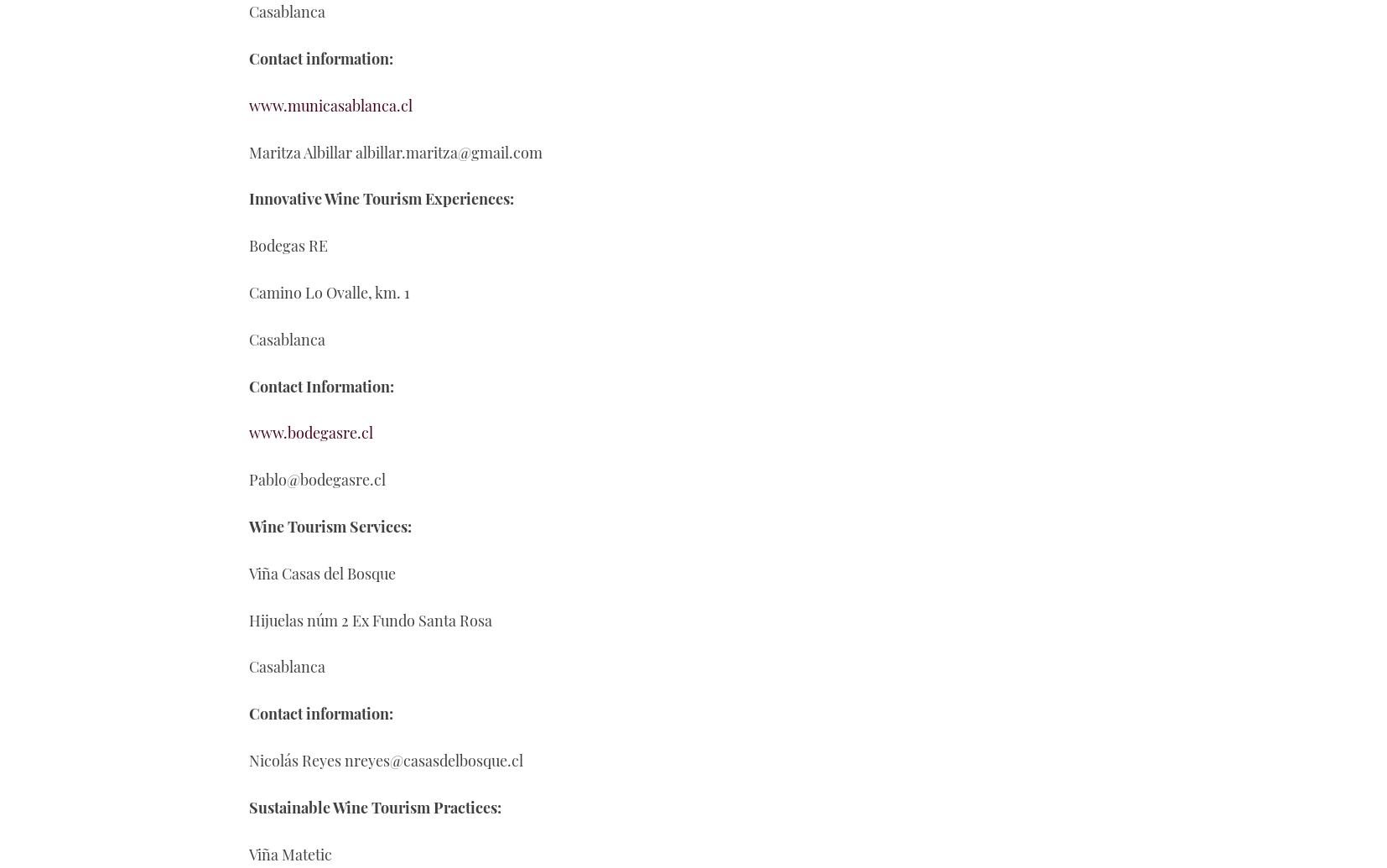  What do you see at coordinates (328, 293) in the screenshot?
I see `'Camino Lo Ovalle, km. 1'` at bounding box center [328, 293].